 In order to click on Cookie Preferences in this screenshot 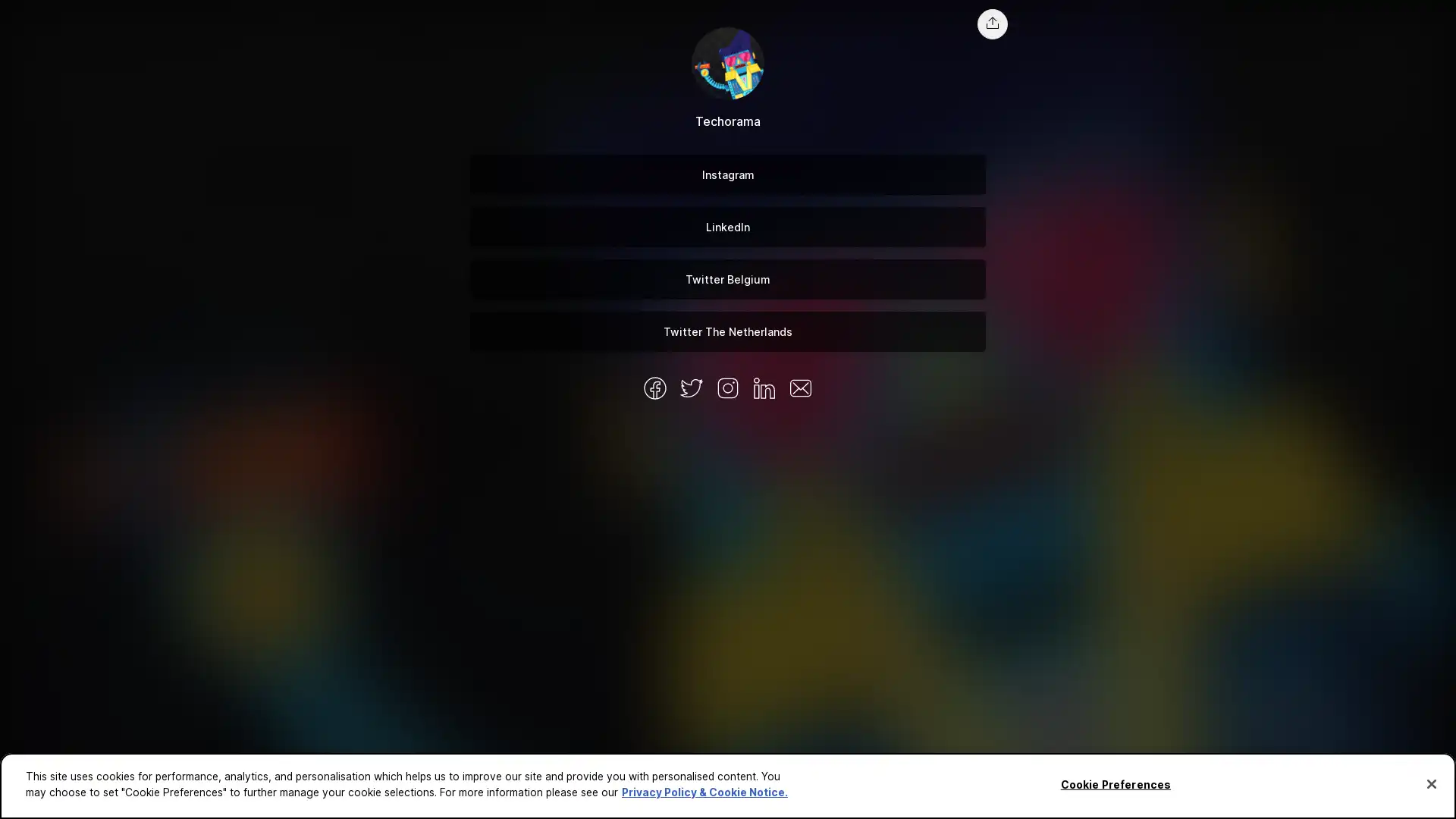, I will do `click(40, 796)`.